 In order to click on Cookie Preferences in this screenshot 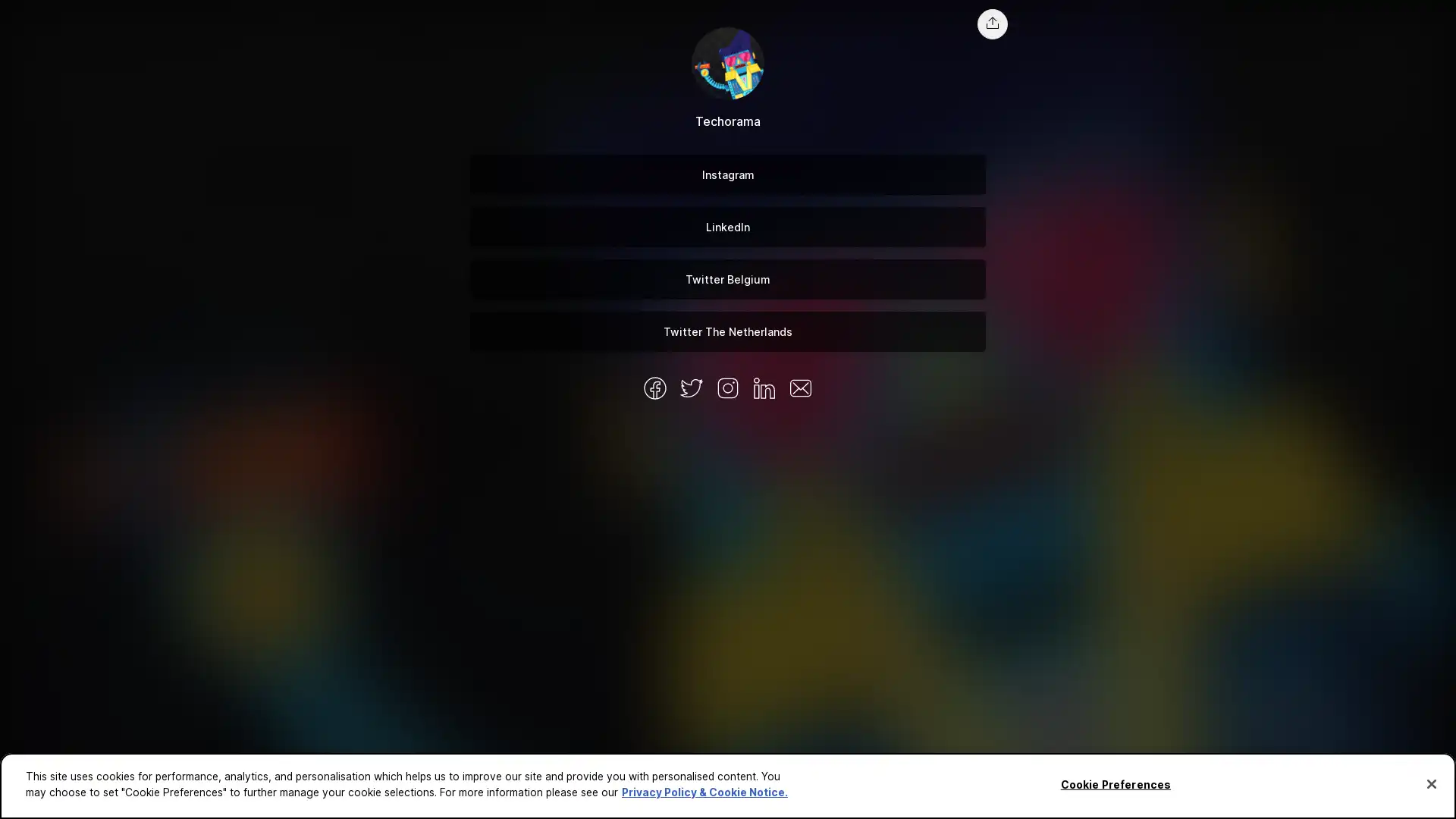, I will do `click(40, 796)`.